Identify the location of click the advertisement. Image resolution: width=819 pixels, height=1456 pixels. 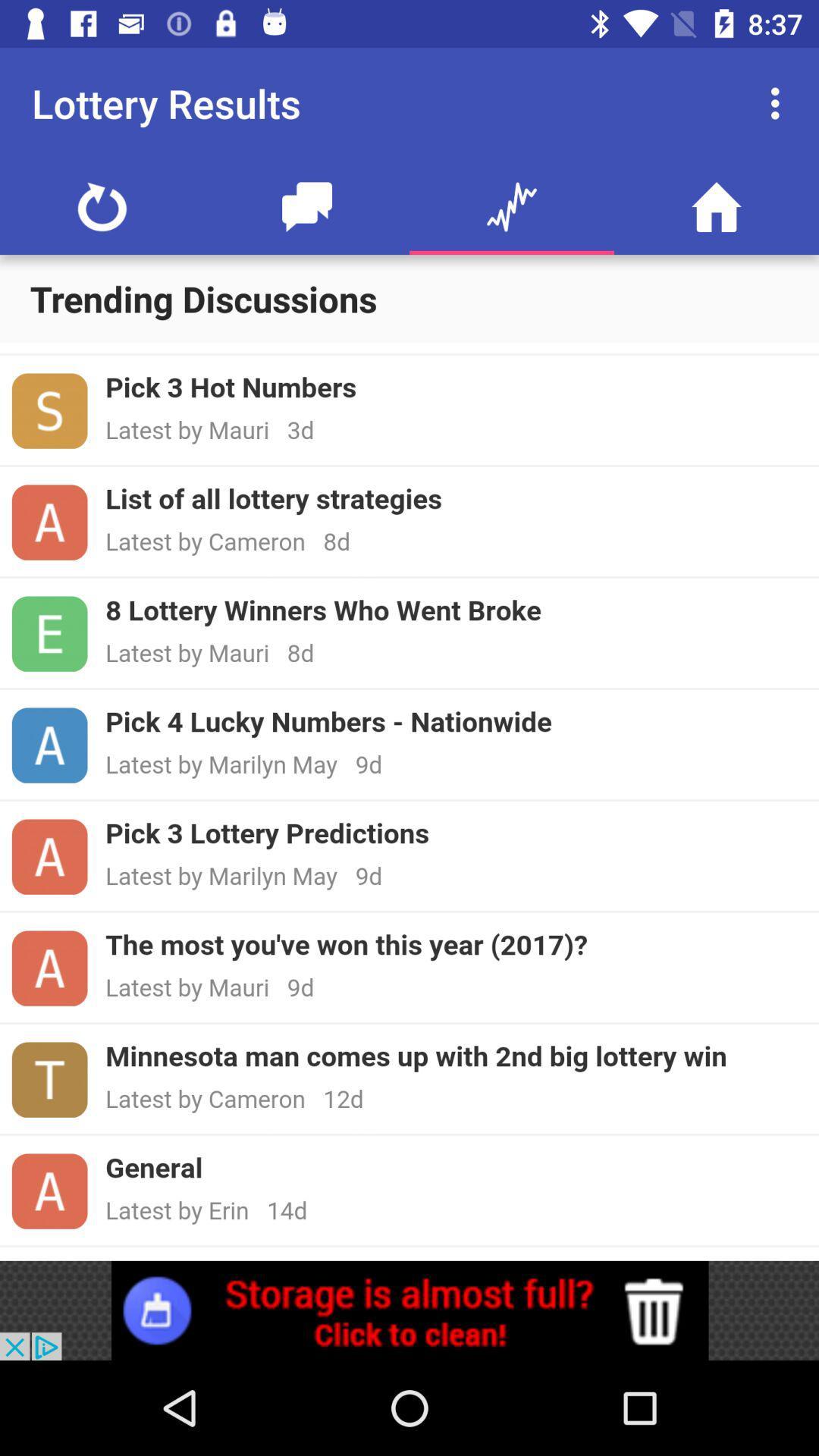
(409, 1310).